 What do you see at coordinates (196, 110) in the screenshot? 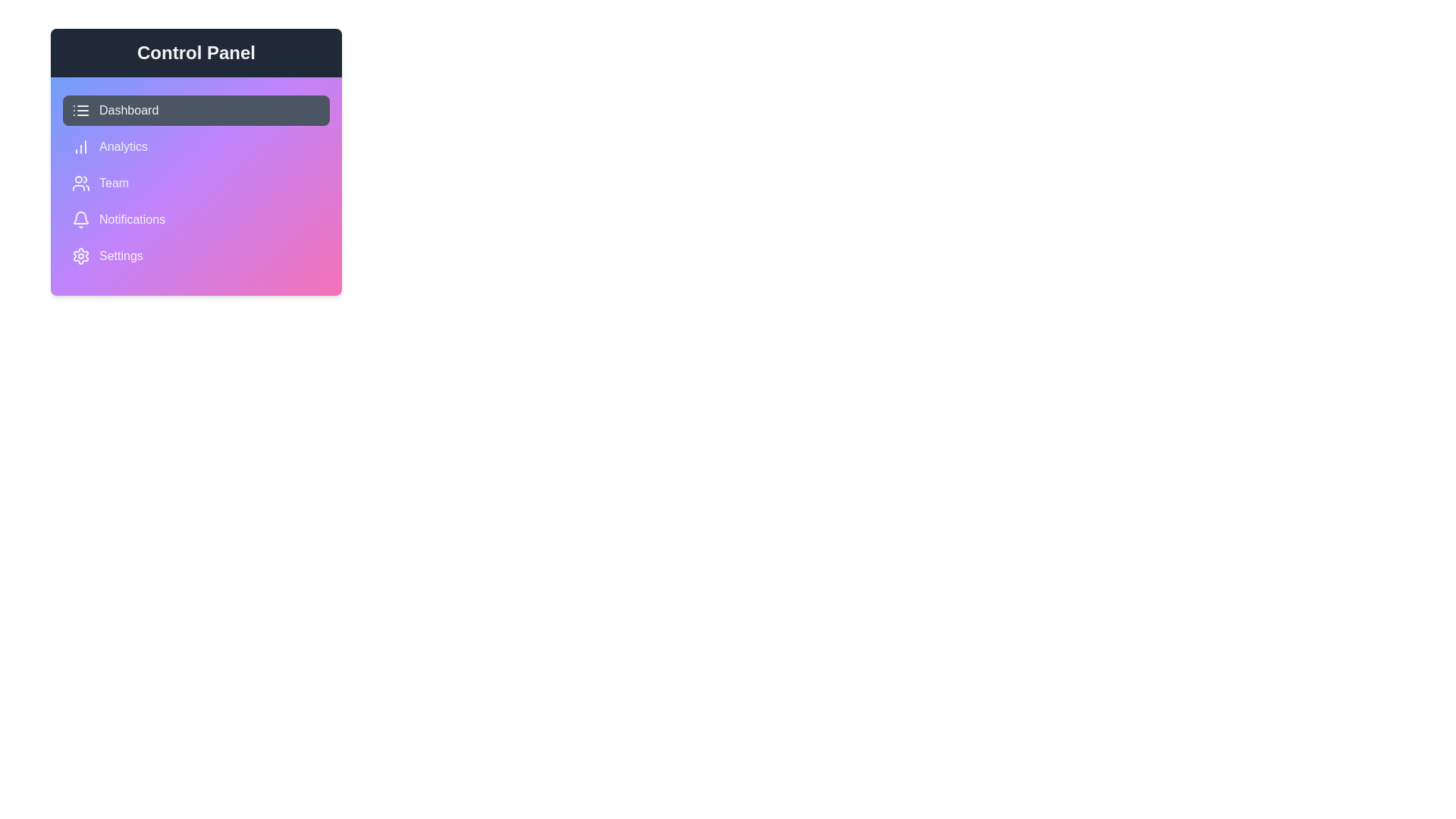
I see `the 'Dashboard' button located at the top-left corner of the sidebar menu` at bounding box center [196, 110].